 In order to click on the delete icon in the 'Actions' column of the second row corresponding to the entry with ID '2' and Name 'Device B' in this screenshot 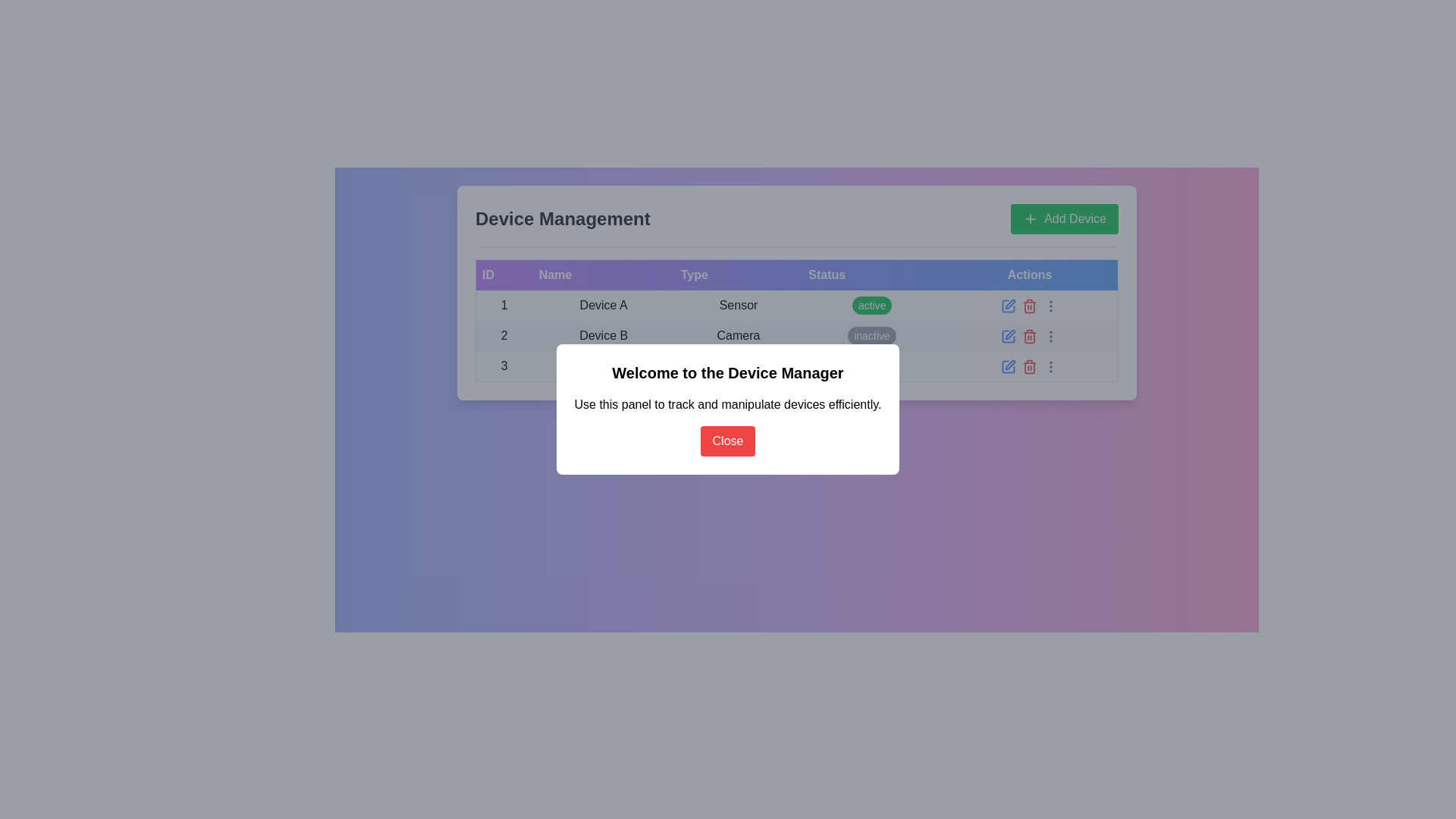, I will do `click(1030, 335)`.